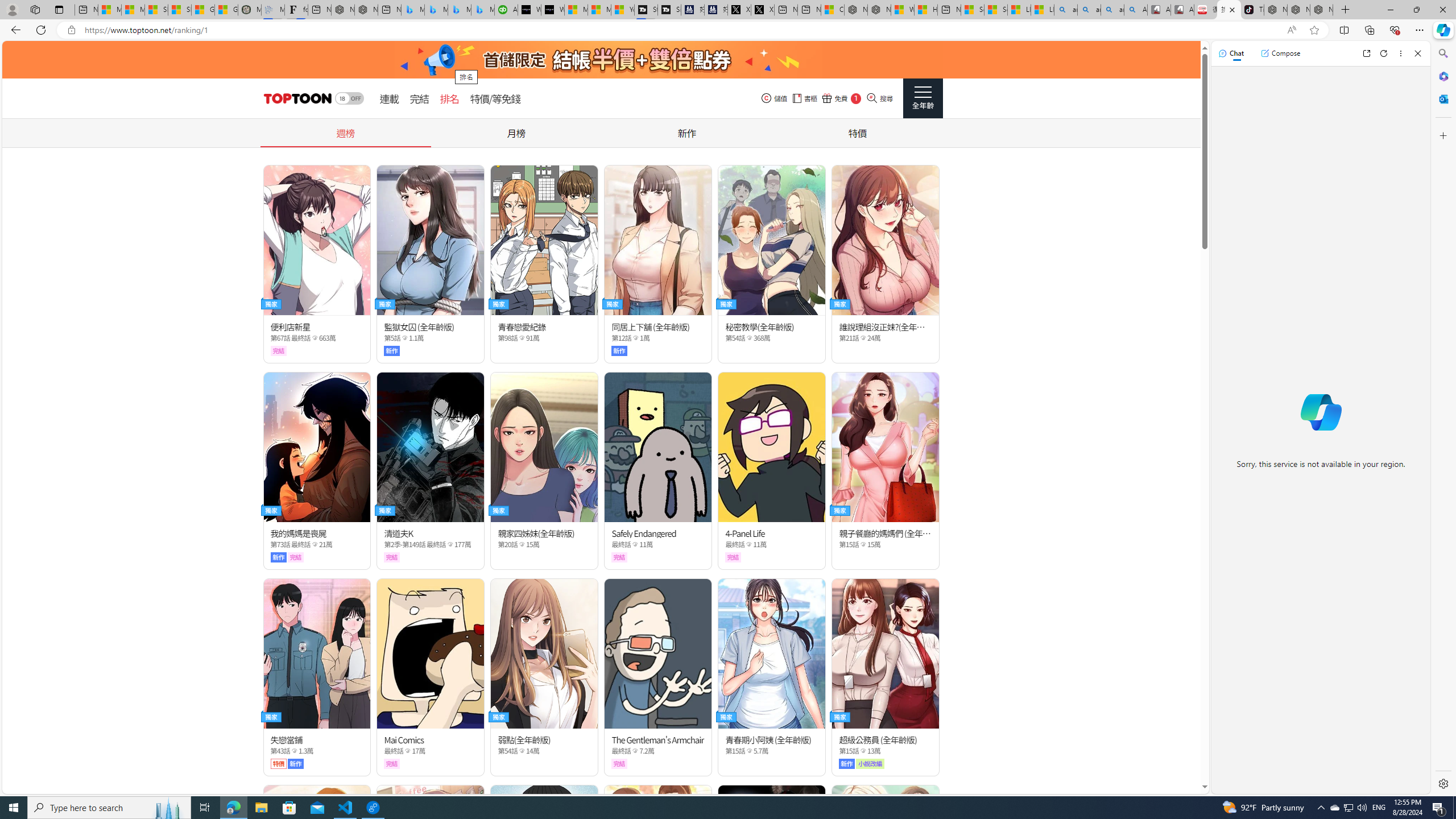  What do you see at coordinates (250, 9) in the screenshot?
I see `'Manatee Mortality Statistics | FWC'` at bounding box center [250, 9].